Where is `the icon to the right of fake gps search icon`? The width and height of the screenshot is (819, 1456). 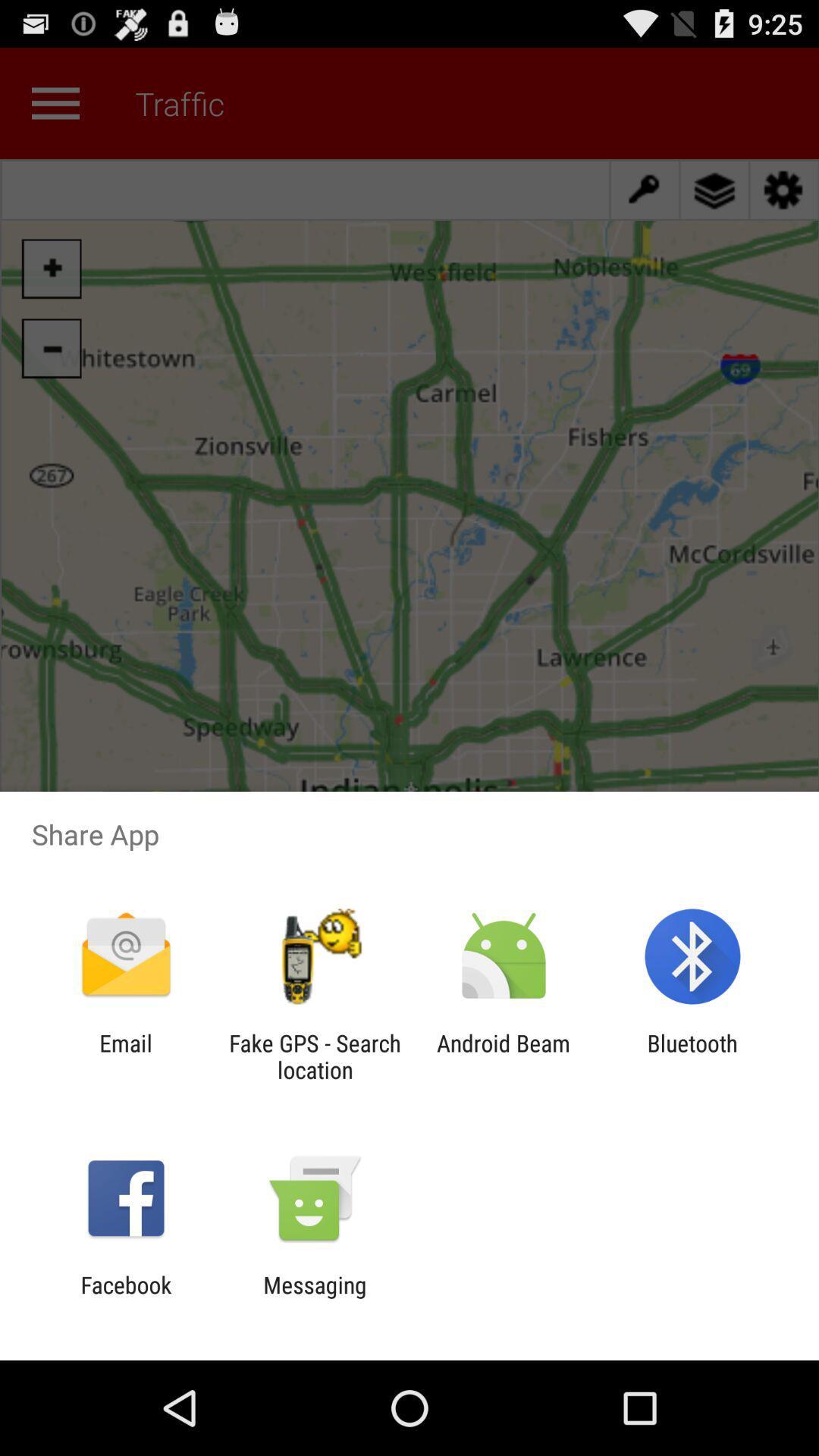
the icon to the right of fake gps search icon is located at coordinates (504, 1056).